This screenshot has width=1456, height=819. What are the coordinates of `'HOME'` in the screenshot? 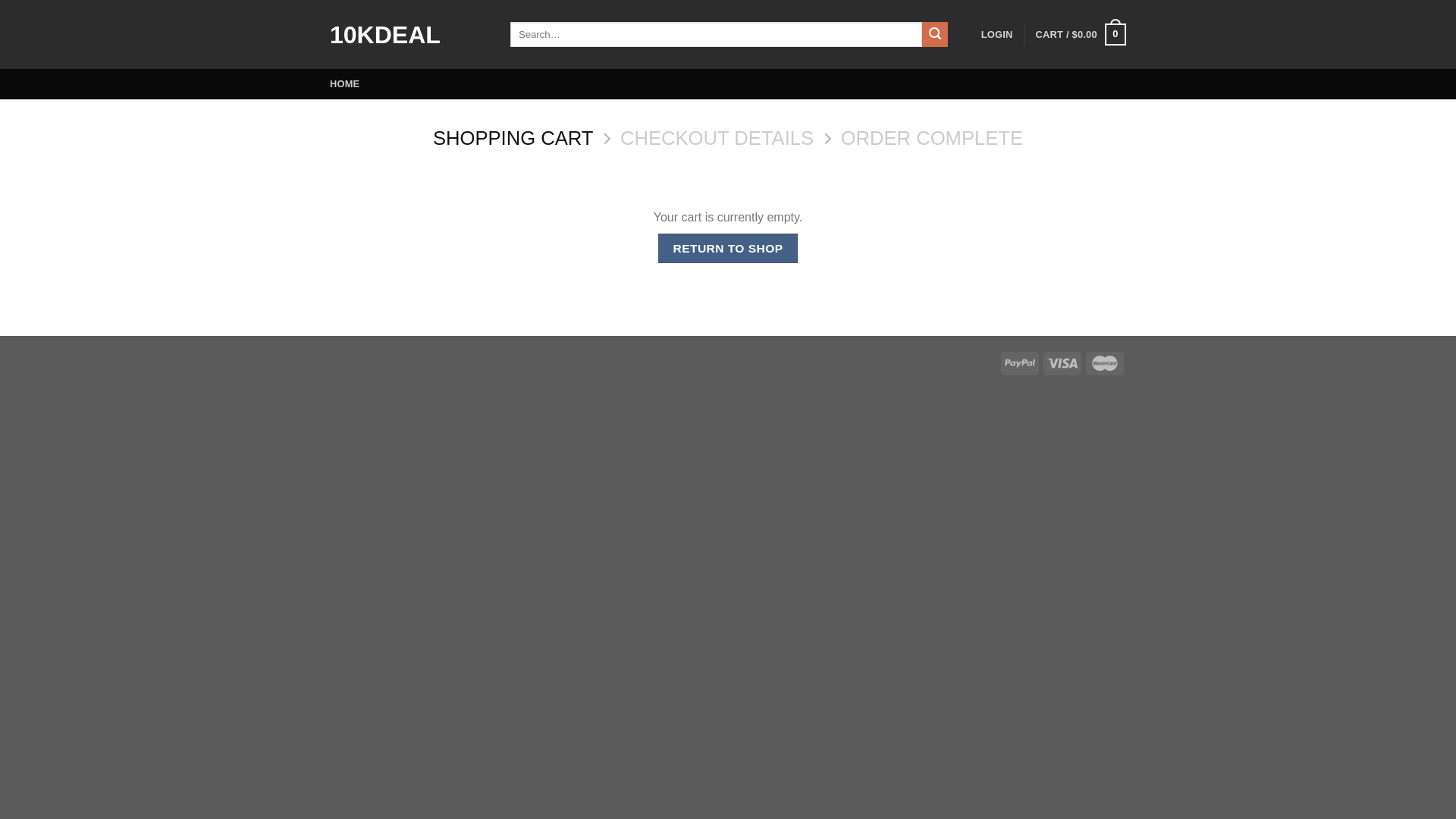 It's located at (344, 84).